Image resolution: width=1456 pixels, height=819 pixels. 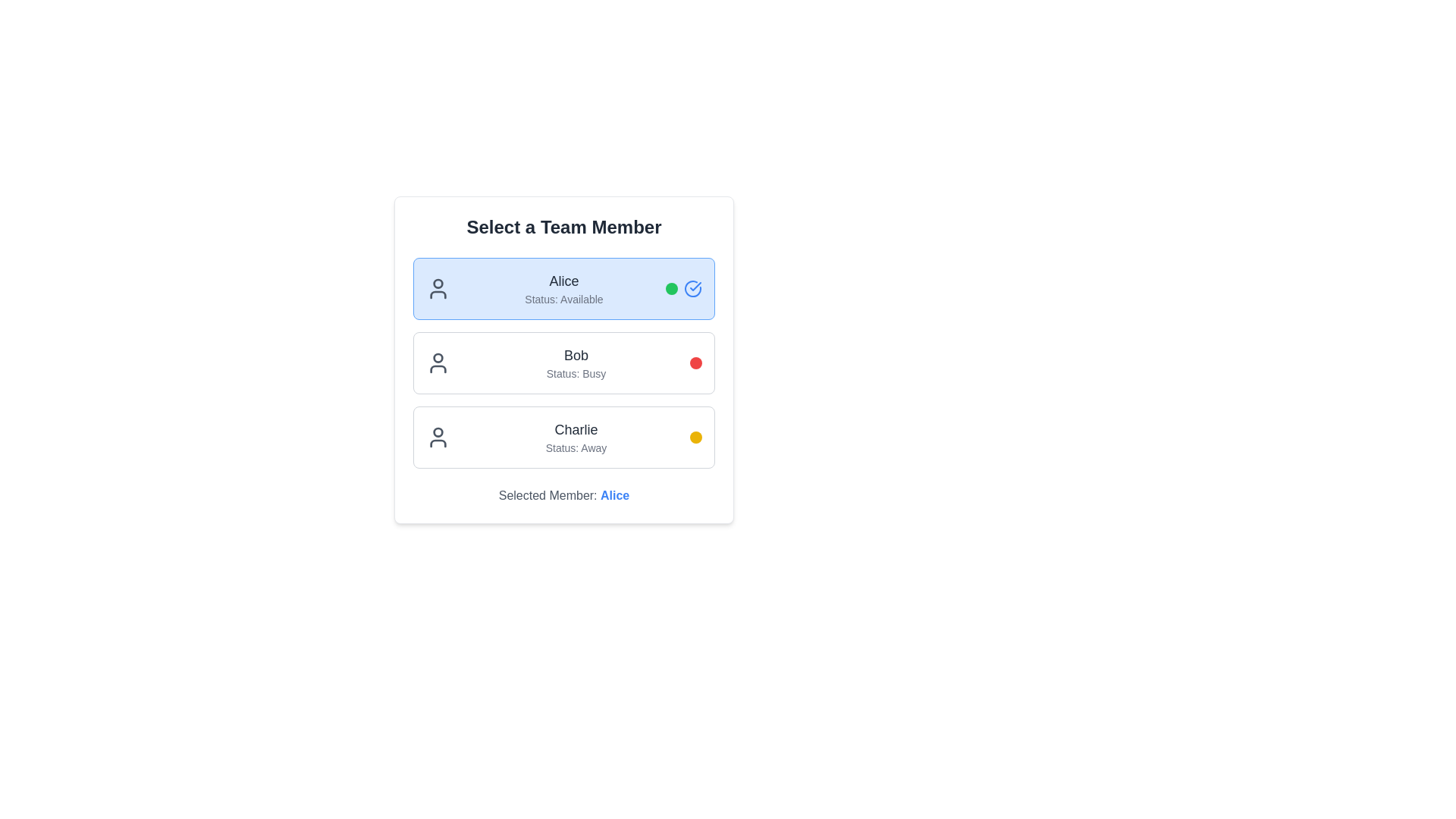 What do you see at coordinates (563, 438) in the screenshot?
I see `the list item displaying the name 'Charlie' with the status 'Status: Away'` at bounding box center [563, 438].